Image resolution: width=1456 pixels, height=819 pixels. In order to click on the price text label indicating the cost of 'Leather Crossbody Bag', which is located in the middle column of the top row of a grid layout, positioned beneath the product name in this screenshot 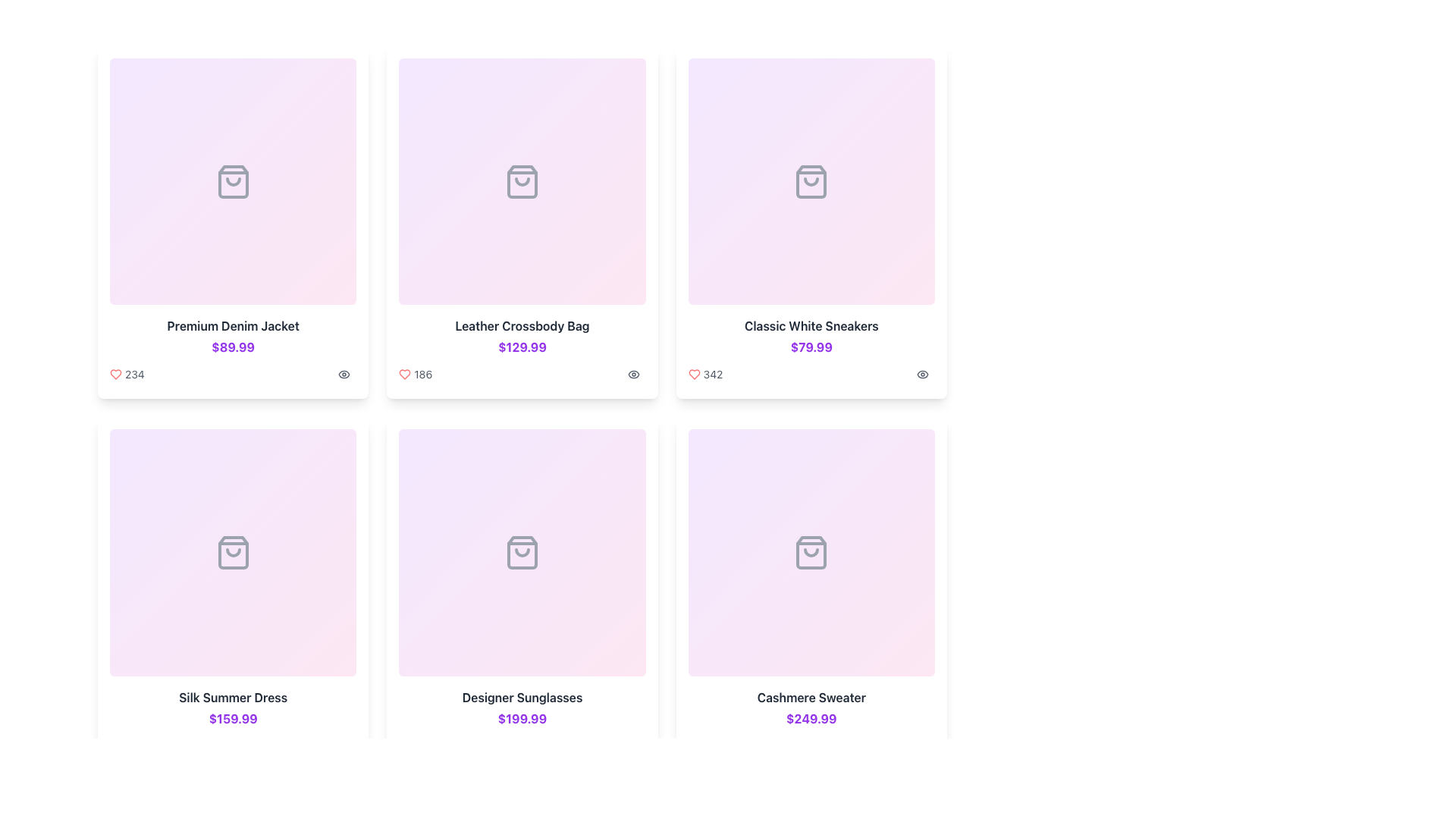, I will do `click(522, 347)`.